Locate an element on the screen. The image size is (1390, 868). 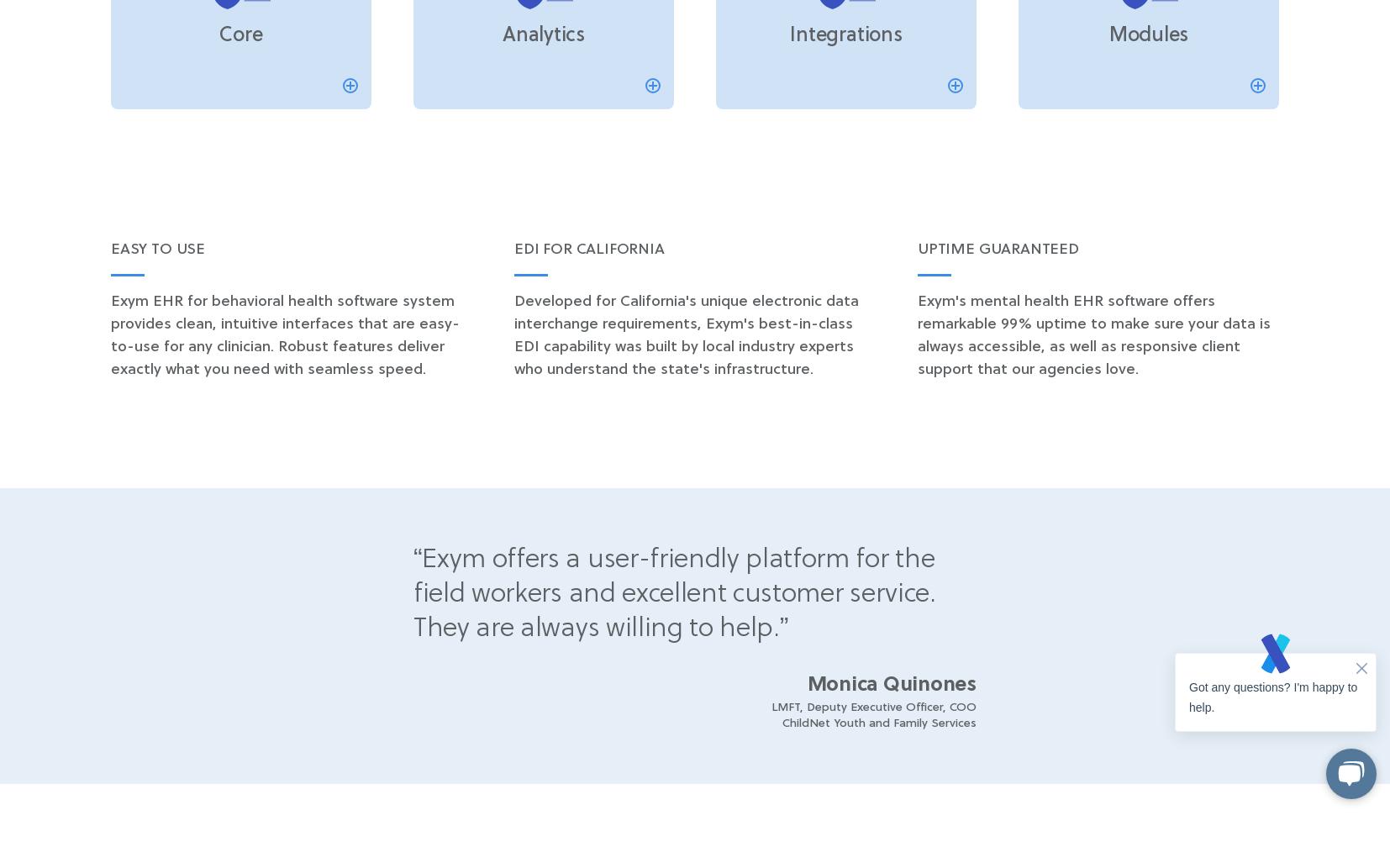
'Integrations' is located at coordinates (845, 35).